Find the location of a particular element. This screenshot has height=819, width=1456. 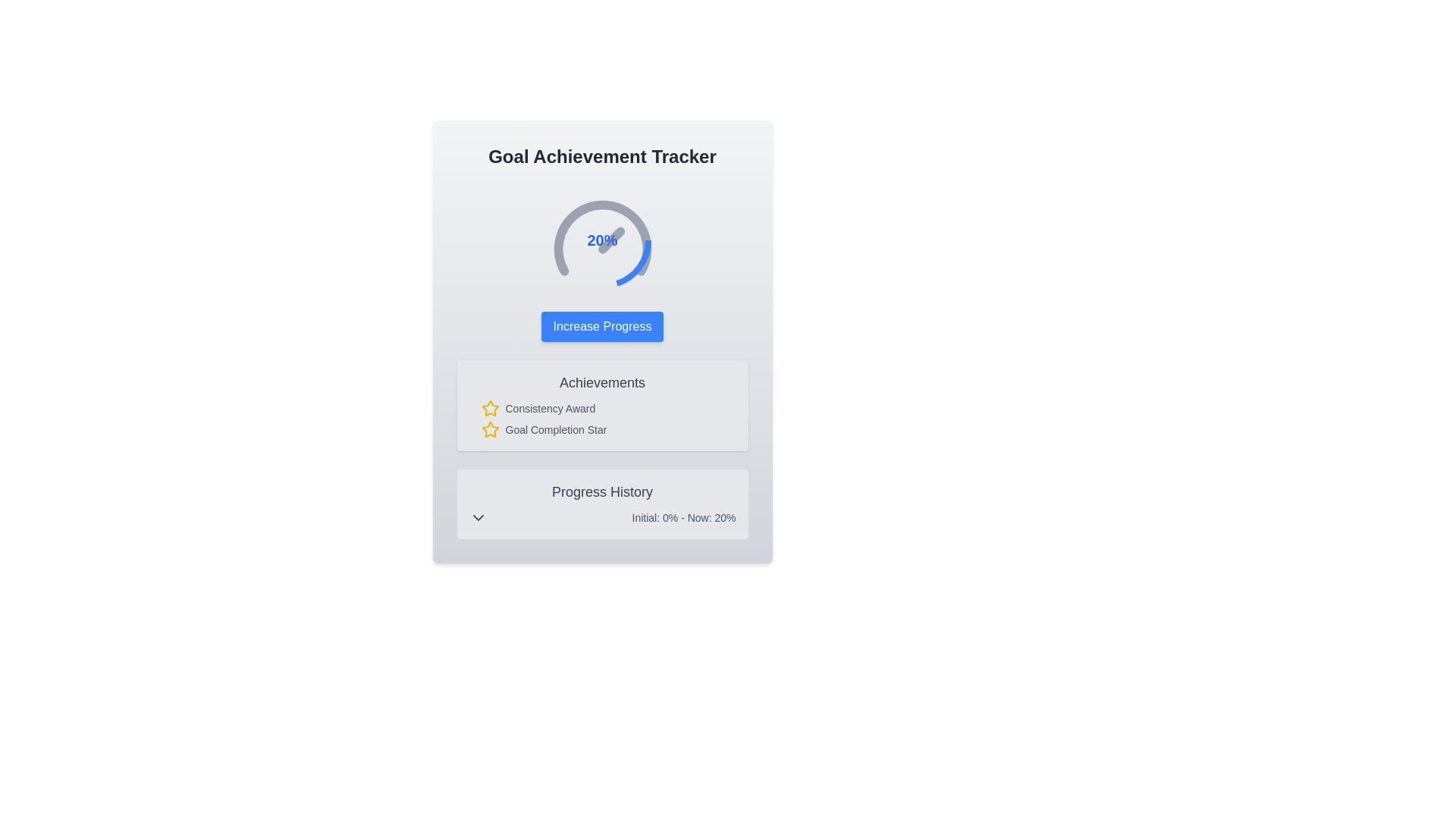

progress details displayed in the Information Display Panel located at the bottom of the 'Goal Achievement Tracker' under the 'Achievements' section is located at coordinates (601, 504).